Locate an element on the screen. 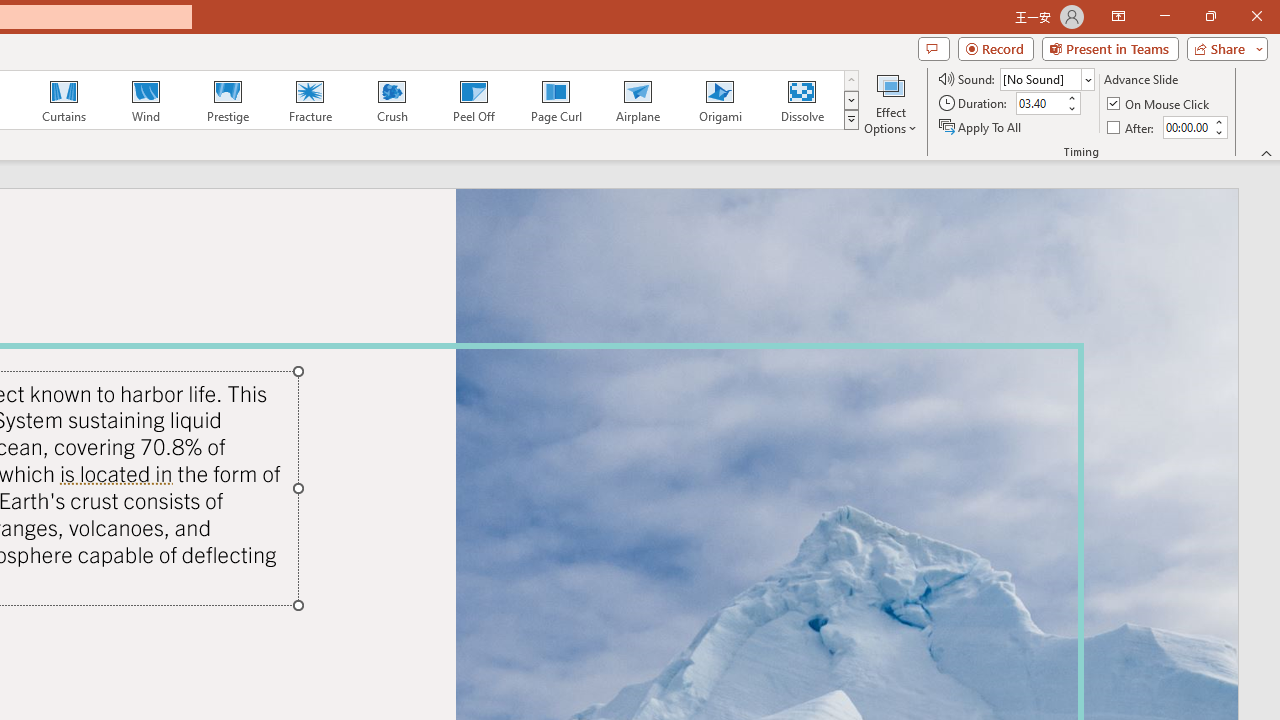 The image size is (1280, 720). 'Apply To All' is located at coordinates (981, 127).